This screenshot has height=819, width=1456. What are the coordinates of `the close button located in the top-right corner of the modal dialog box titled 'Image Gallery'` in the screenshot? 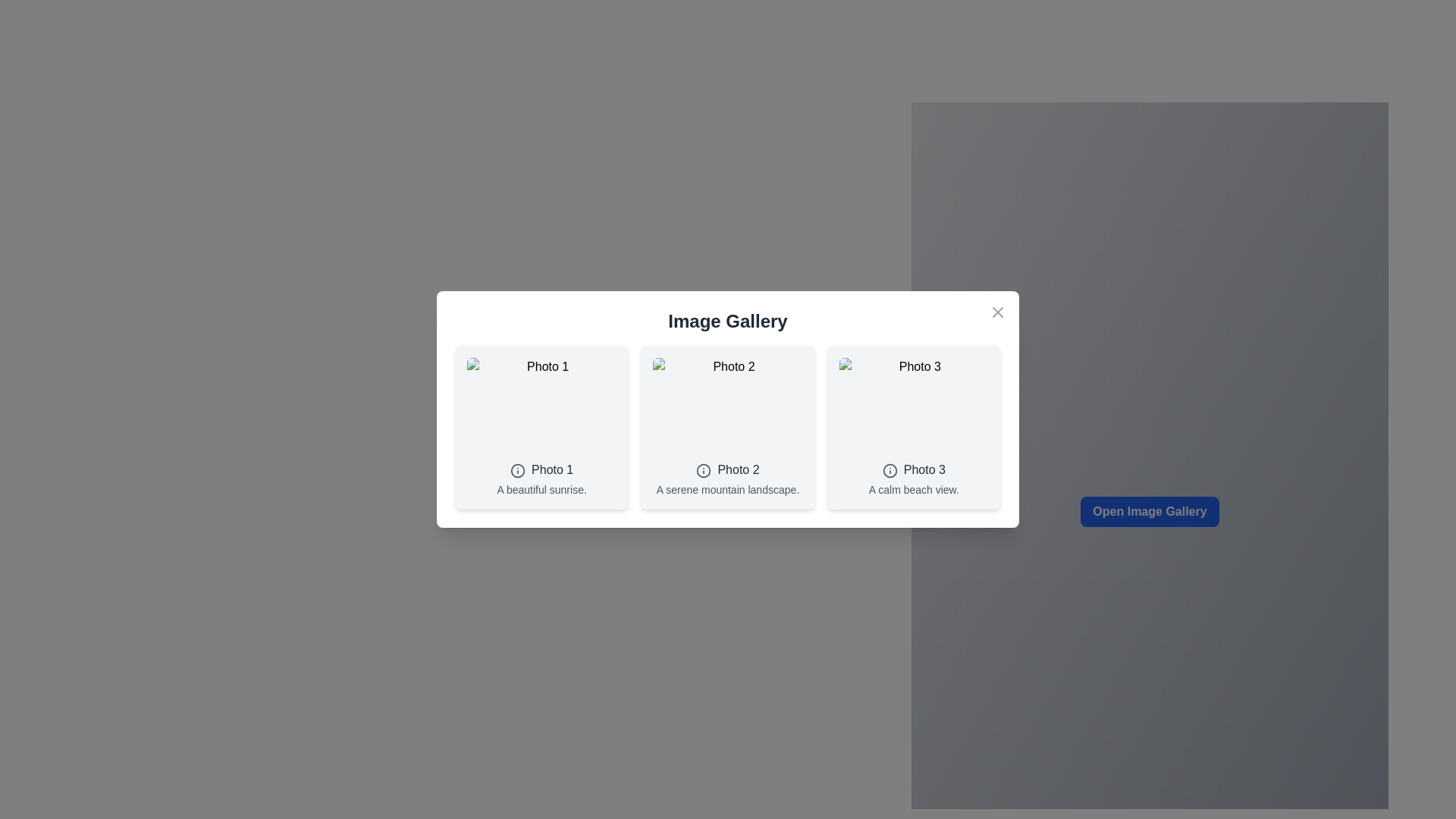 It's located at (997, 312).